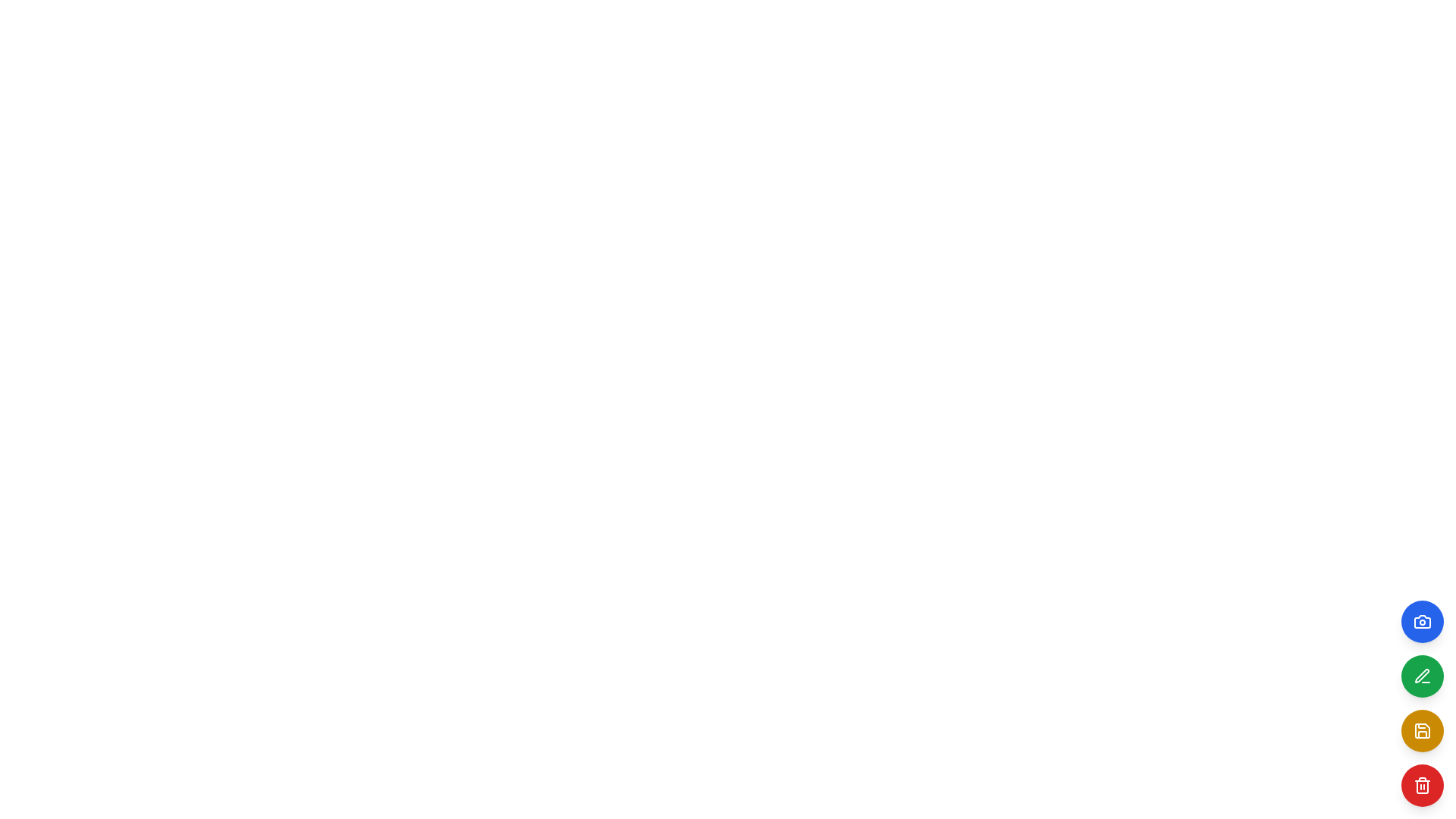 Image resolution: width=1456 pixels, height=819 pixels. Describe the element at coordinates (1422, 730) in the screenshot. I see `the save button located at the bottom-right corner of the interface` at that location.